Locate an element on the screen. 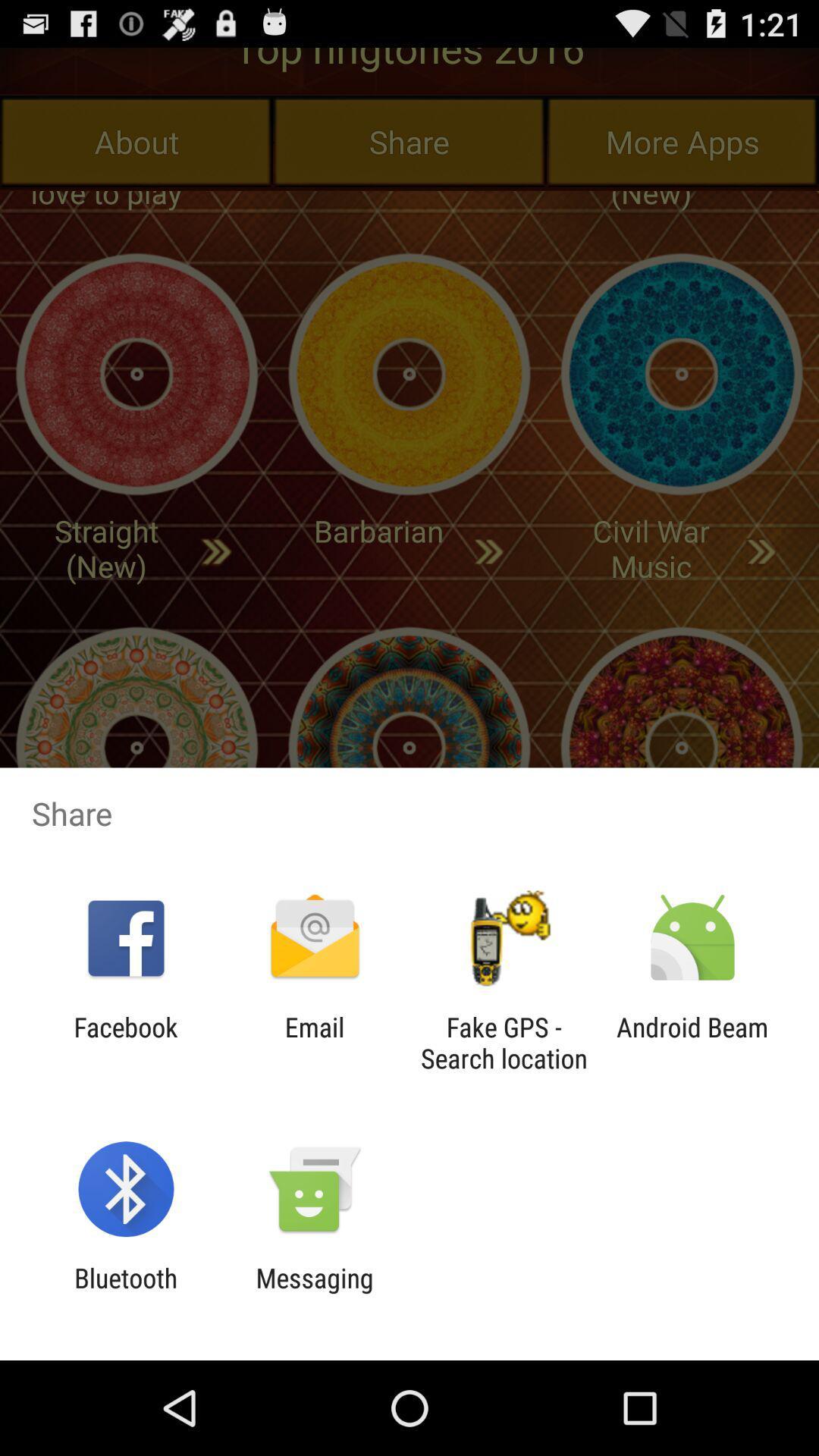  the messaging is located at coordinates (314, 1293).